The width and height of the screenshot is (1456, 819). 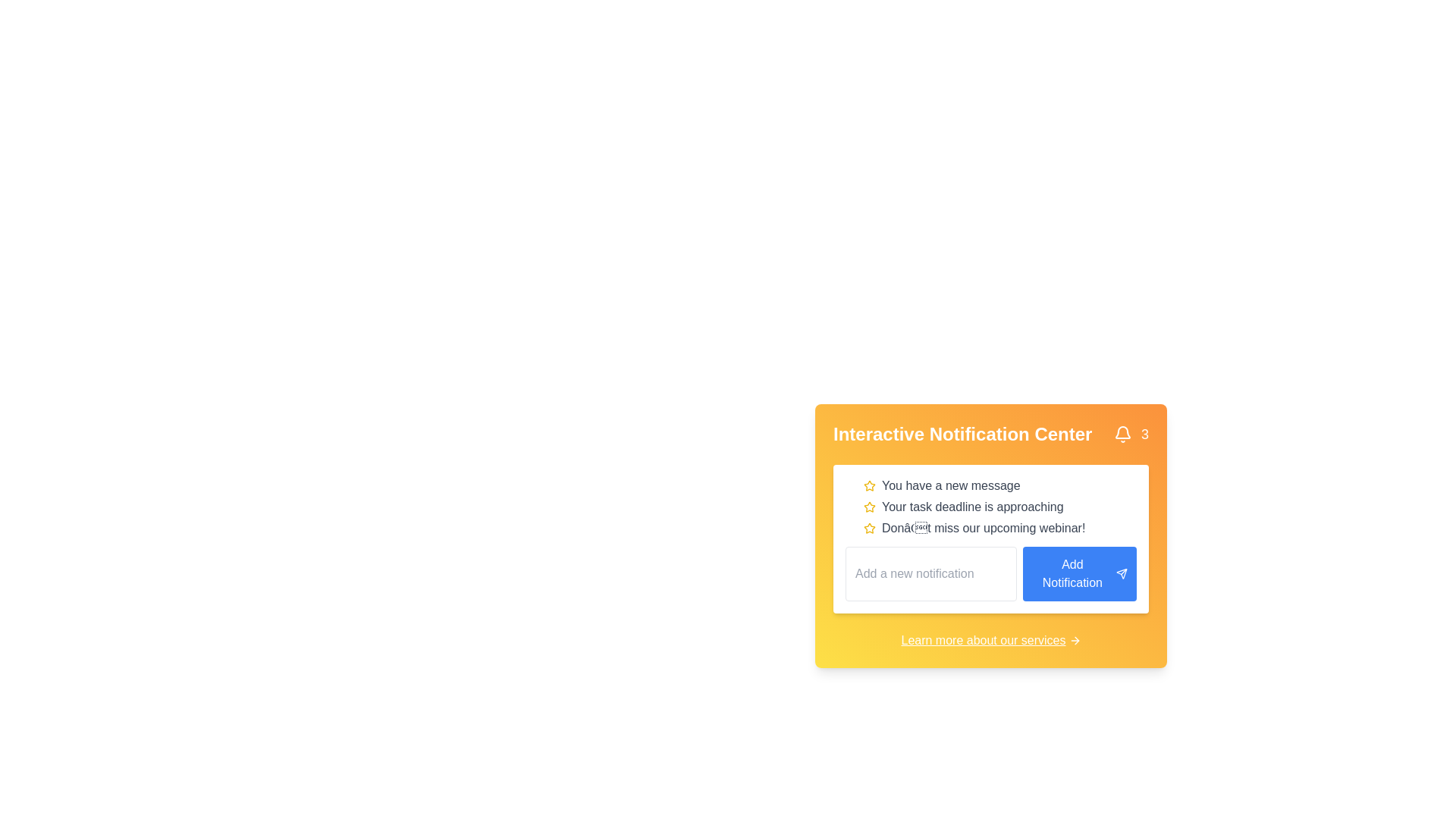 I want to click on the static text displaying the numeral '3', which is styled in white and located to the right of the bell icon in the top-right corner of the 'Interactive Notification Center' box, so click(x=1131, y=435).